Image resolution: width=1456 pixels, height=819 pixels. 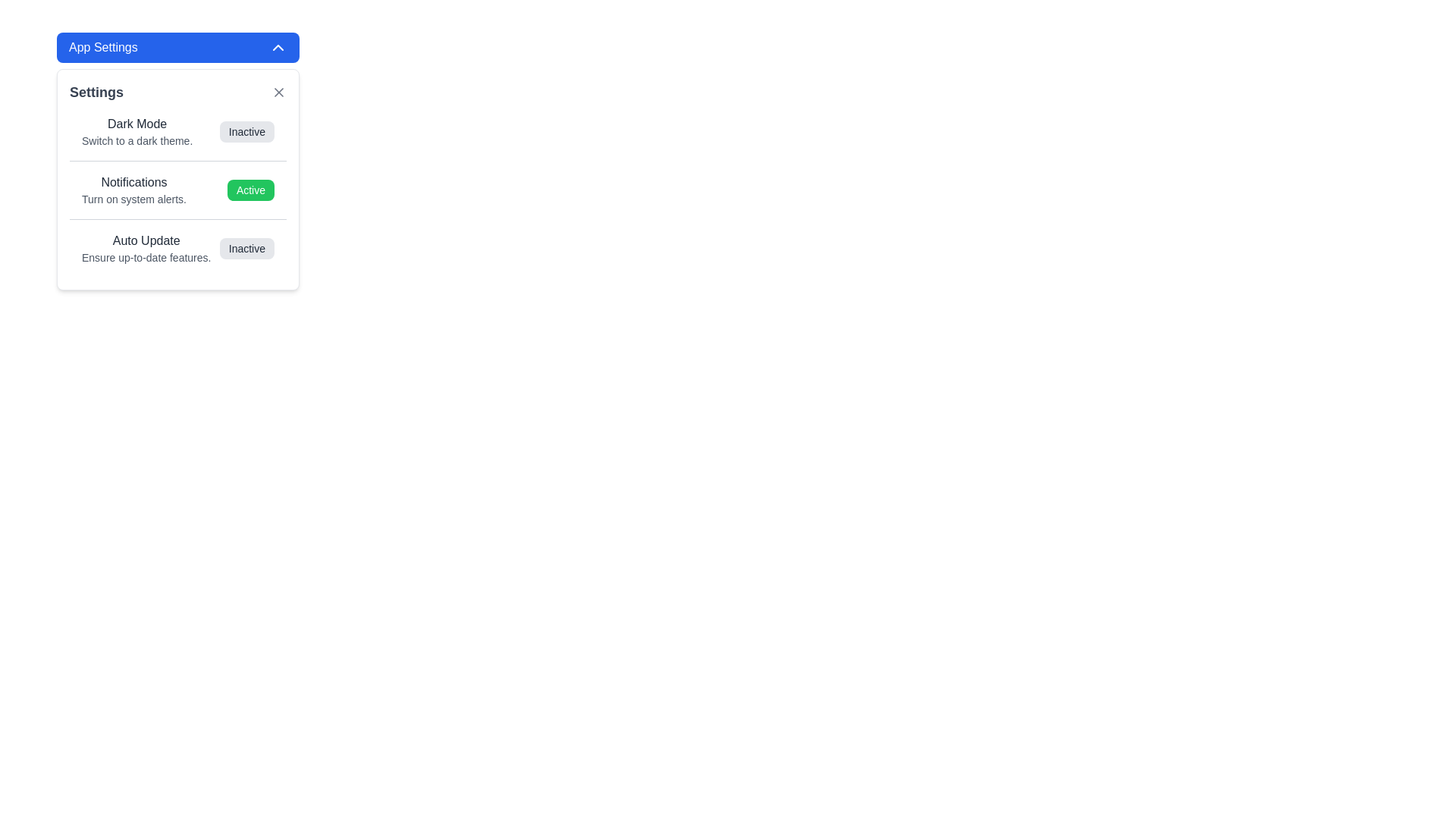 I want to click on the card-style section labeled 'Dark Mode' in the settings menu to check if the hover effect is active, so click(x=178, y=130).